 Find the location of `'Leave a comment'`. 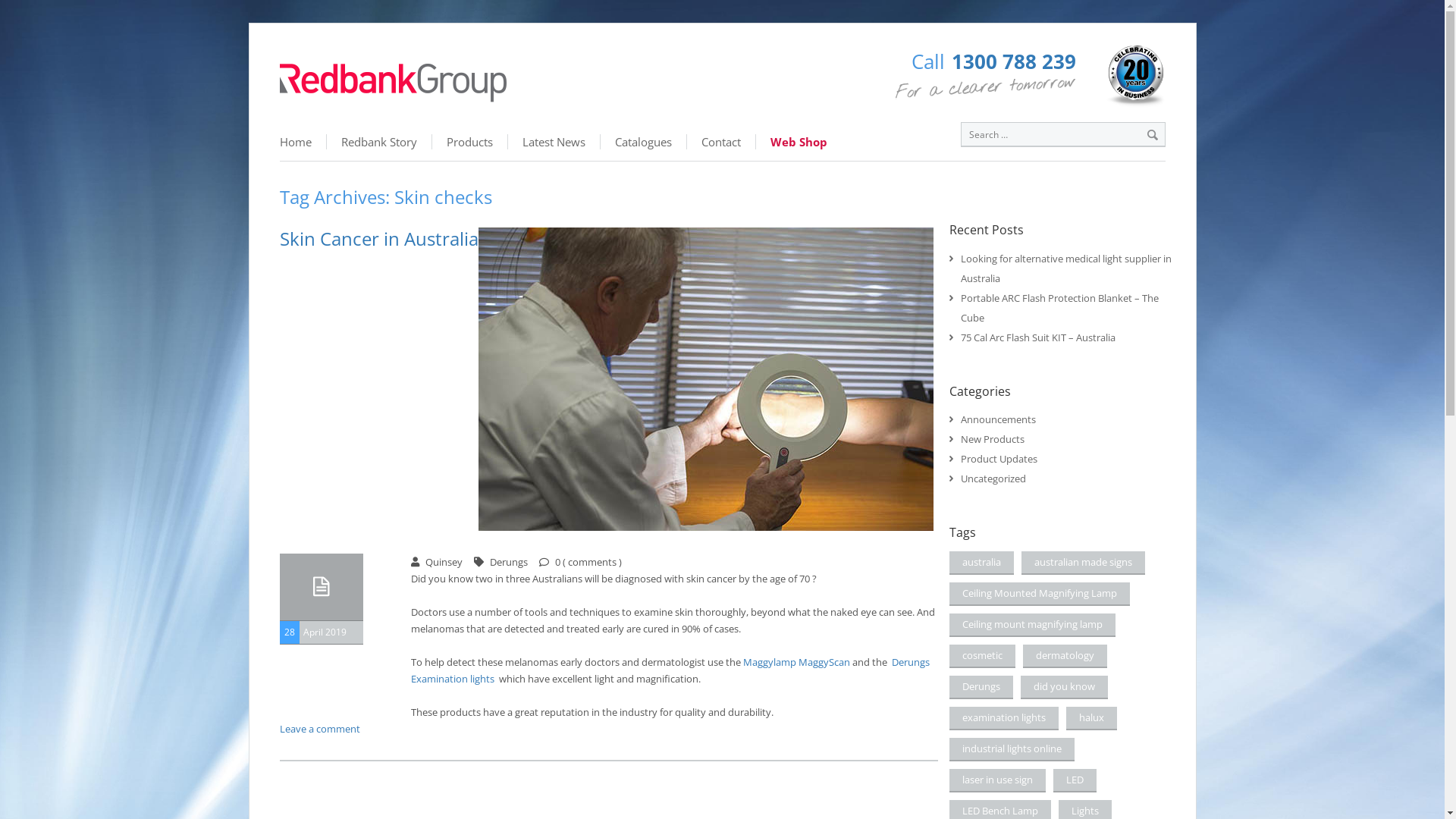

'Leave a comment' is located at coordinates (318, 727).